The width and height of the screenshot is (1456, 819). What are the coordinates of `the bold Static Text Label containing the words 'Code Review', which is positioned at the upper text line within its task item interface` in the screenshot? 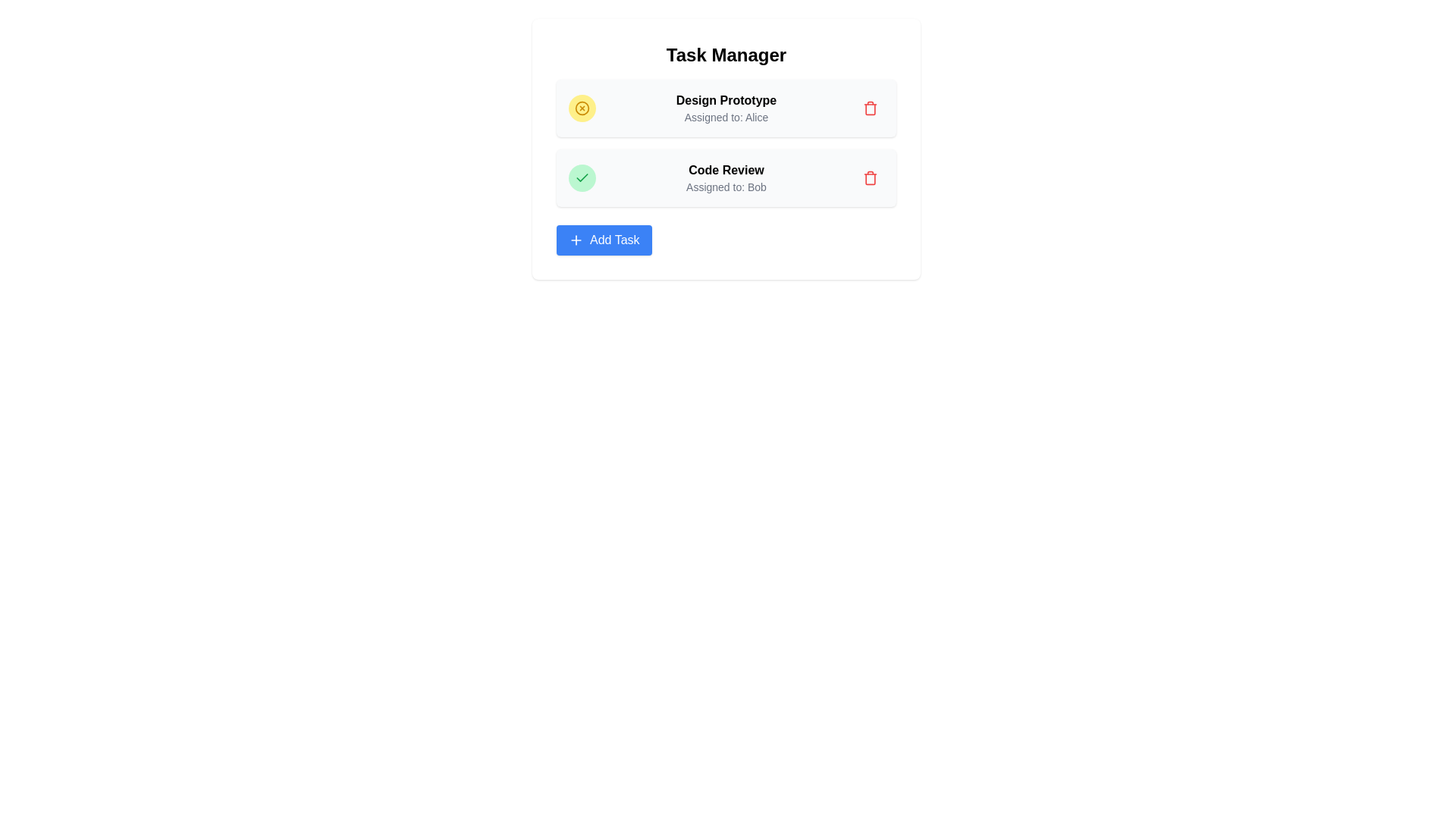 It's located at (726, 170).